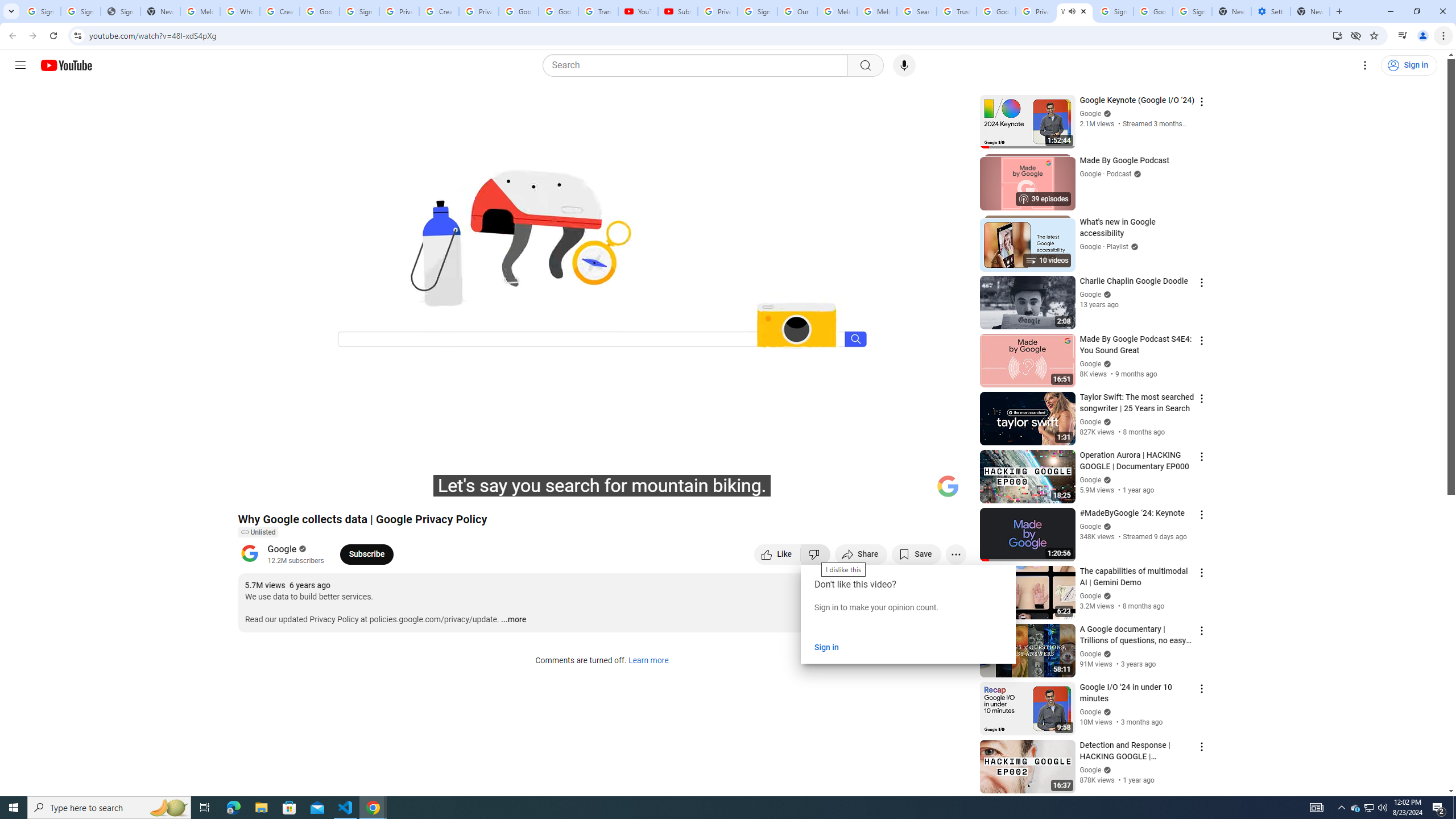 Image resolution: width=1456 pixels, height=819 pixels. Describe the element at coordinates (918, 490) in the screenshot. I see `'Theater mode (t)'` at that location.